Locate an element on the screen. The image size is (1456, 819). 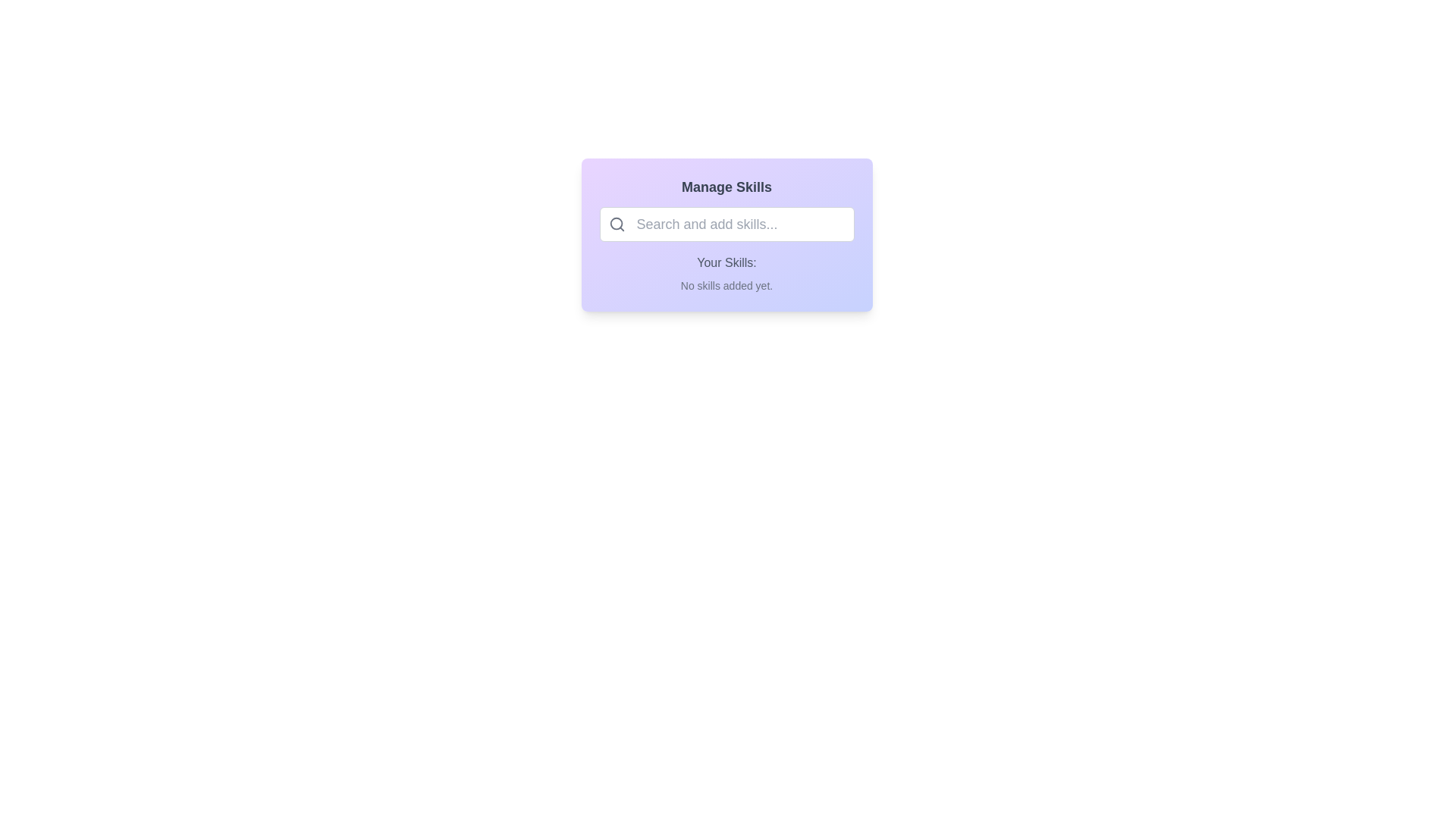
the text label that reads 'Your Skills:' which is styled in medium-sized, gray-colored, bold font and is centrally located within a card-like section is located at coordinates (726, 262).